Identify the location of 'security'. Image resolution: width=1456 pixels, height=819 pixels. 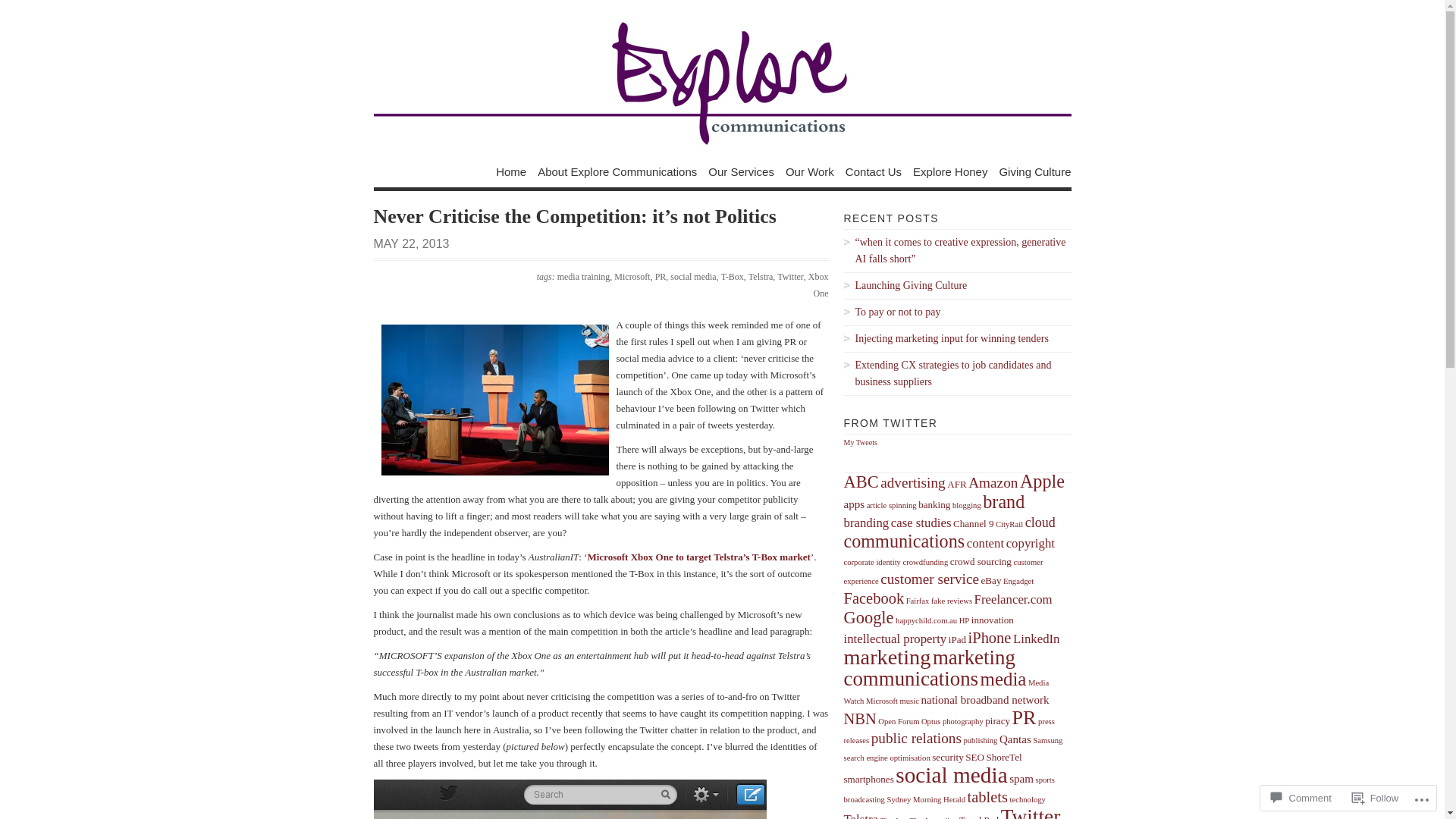
(930, 757).